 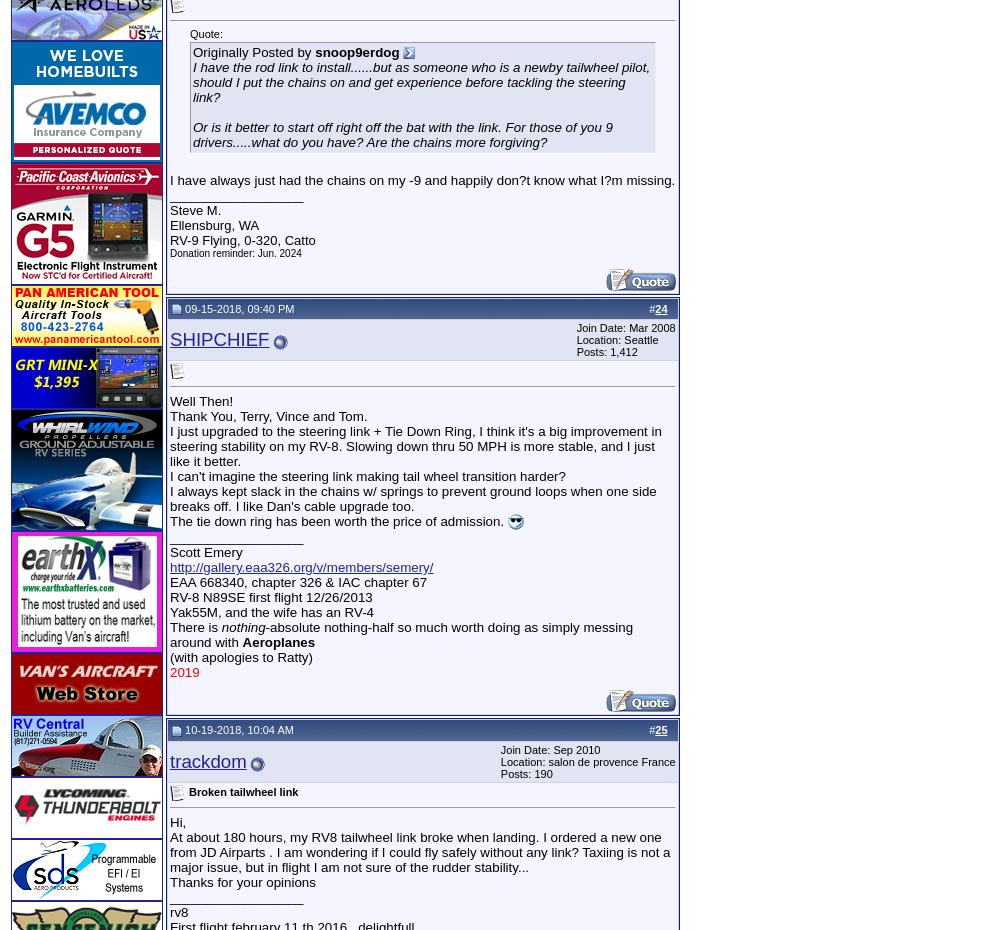 What do you see at coordinates (298, 582) in the screenshot?
I see `'EAA 668340, chapter 326 & IAC chapter 67'` at bounding box center [298, 582].